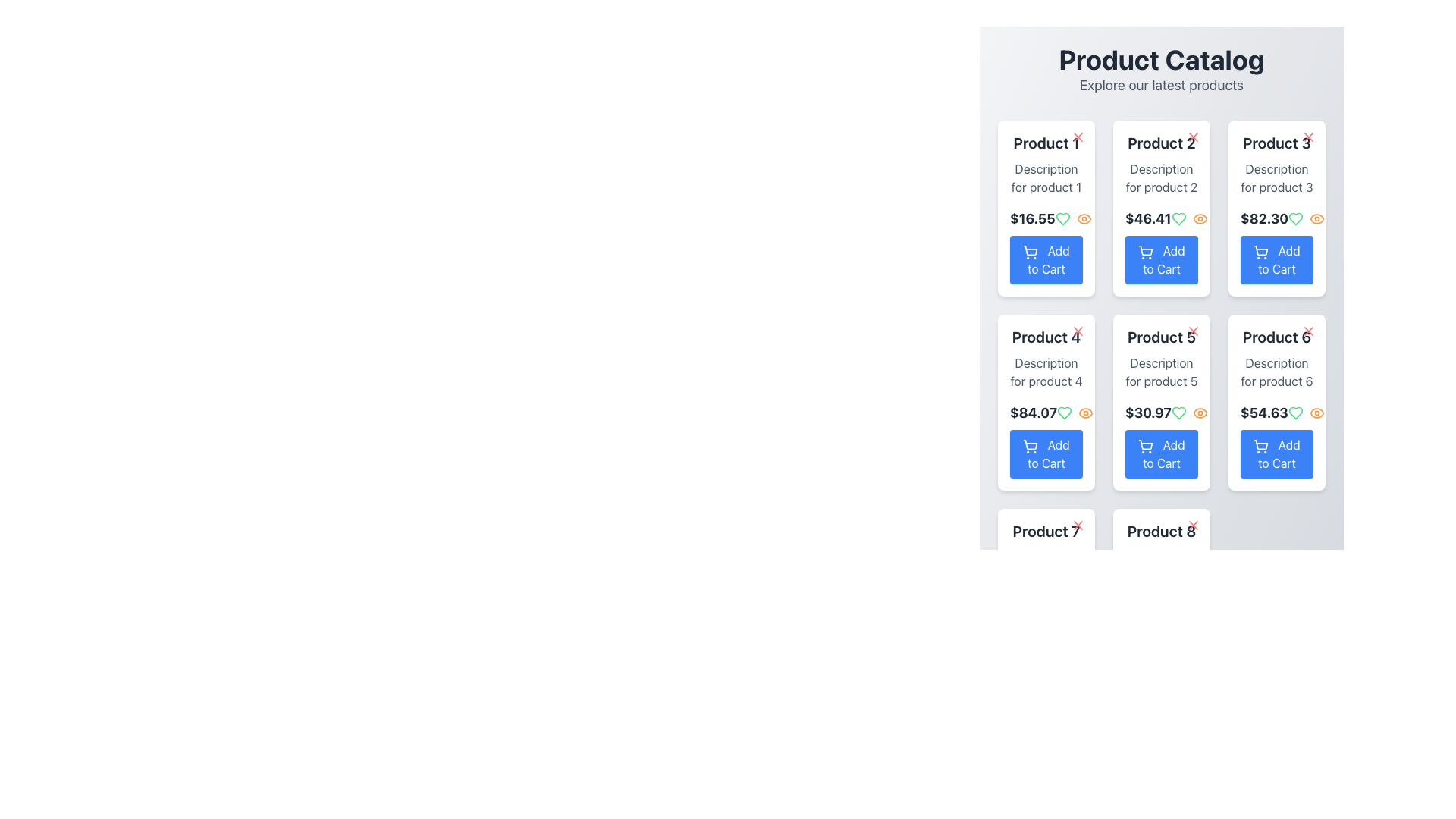  What do you see at coordinates (1316, 413) in the screenshot?
I see `the 'view details' icon located in the second column of the second row for 'Product 6' in the product catalog grid` at bounding box center [1316, 413].